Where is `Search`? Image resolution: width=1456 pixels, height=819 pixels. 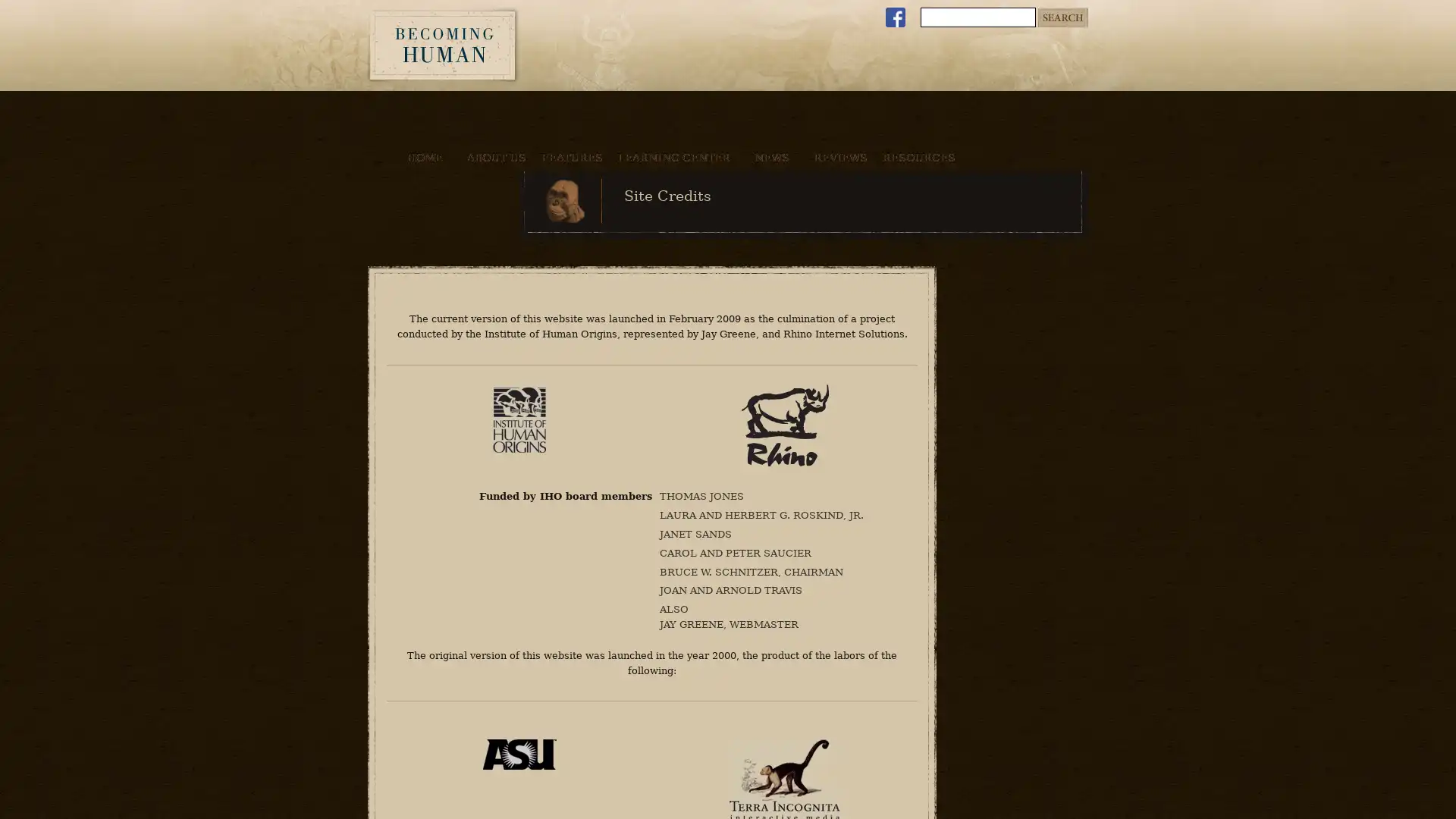
Search is located at coordinates (1062, 17).